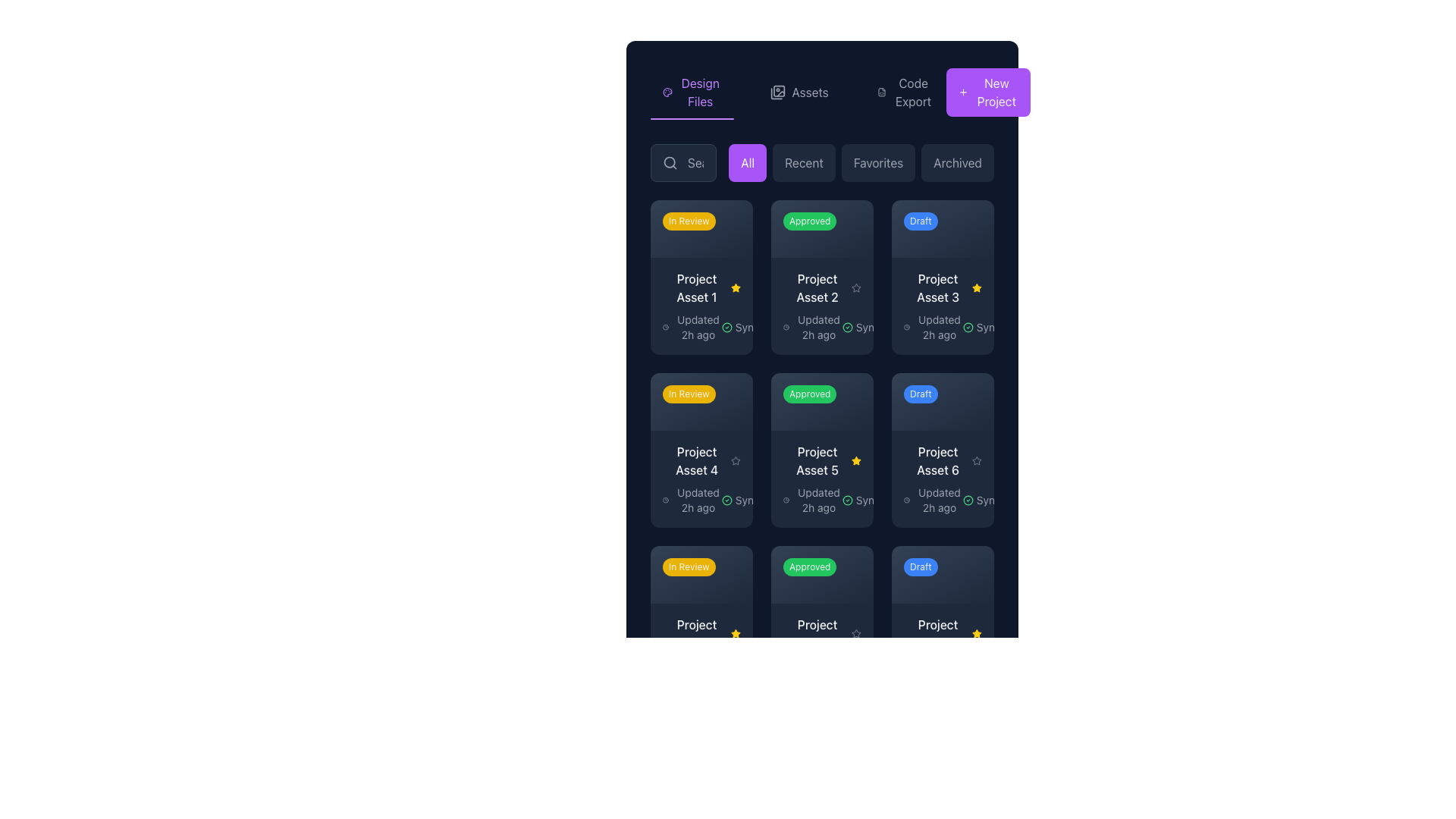 The image size is (1456, 819). Describe the element at coordinates (696, 460) in the screenshot. I see `the text label displaying 'Project Asset 4' located in the second card of the left column, which is above 'Project Asset 7' and below 'Project Asset 1'` at that location.